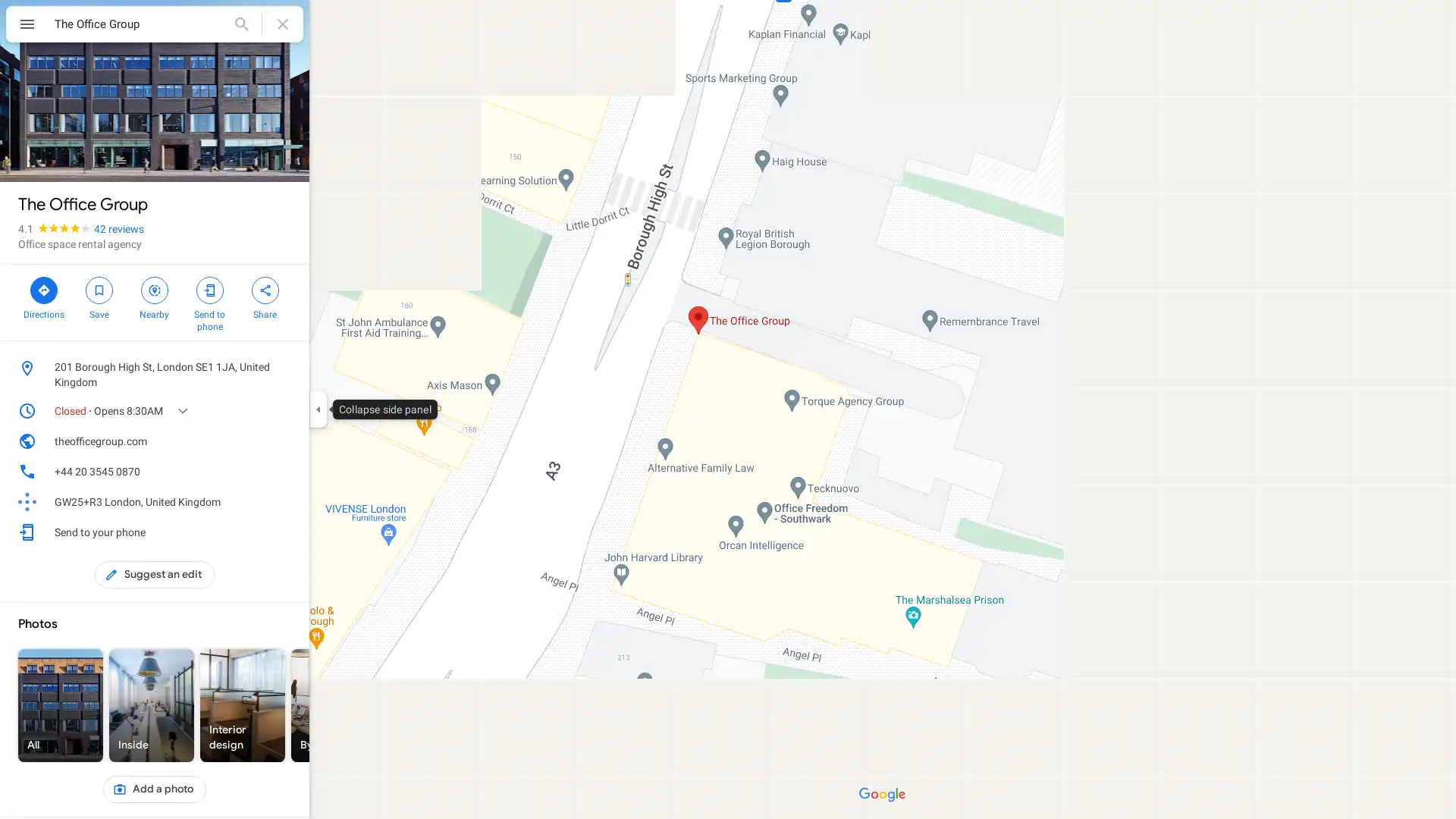  I want to click on Copy website, so click(284, 441).